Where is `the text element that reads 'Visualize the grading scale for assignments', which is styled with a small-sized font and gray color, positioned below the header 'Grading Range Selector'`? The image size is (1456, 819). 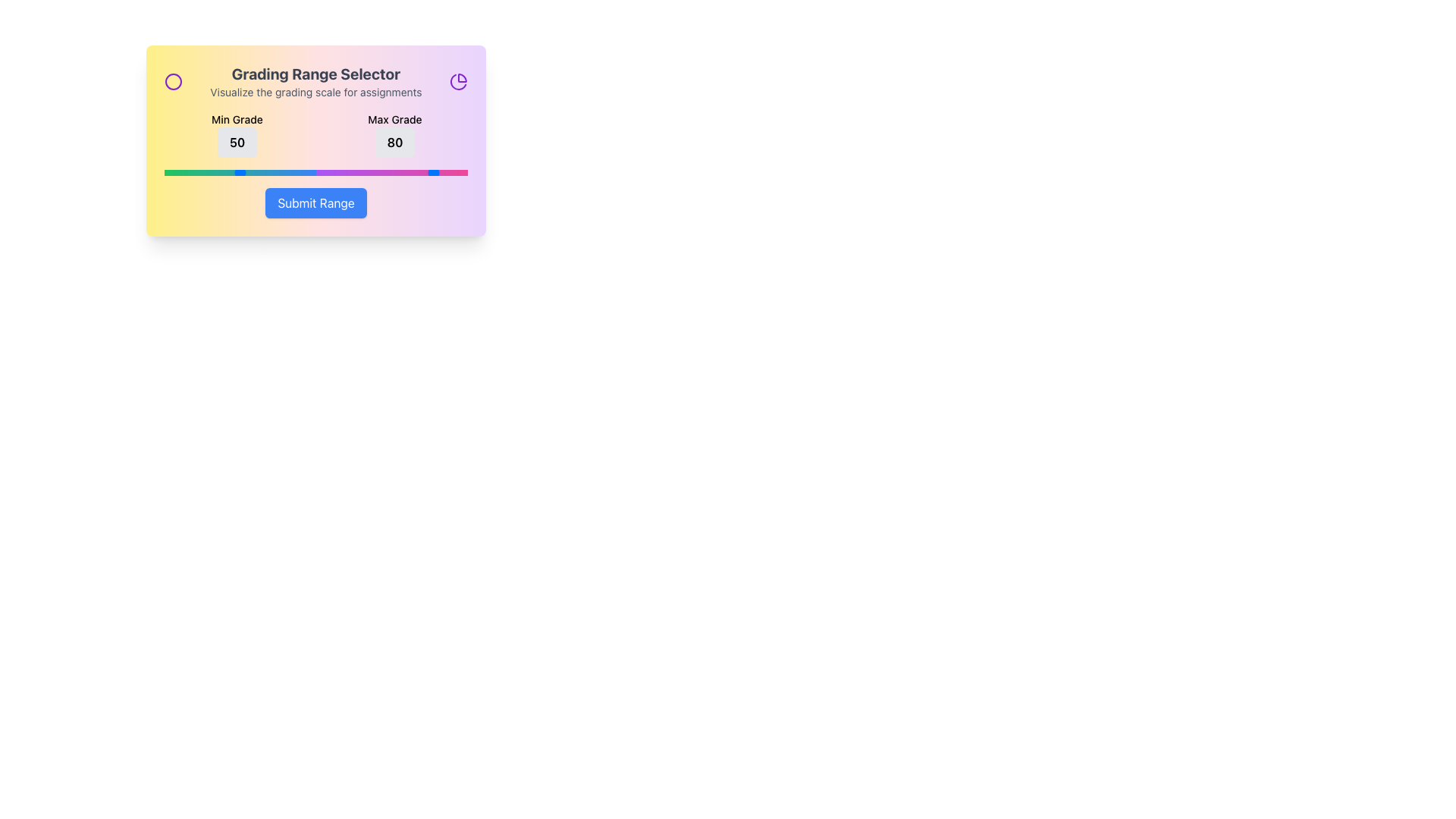 the text element that reads 'Visualize the grading scale for assignments', which is styled with a small-sized font and gray color, positioned below the header 'Grading Range Selector' is located at coordinates (315, 93).